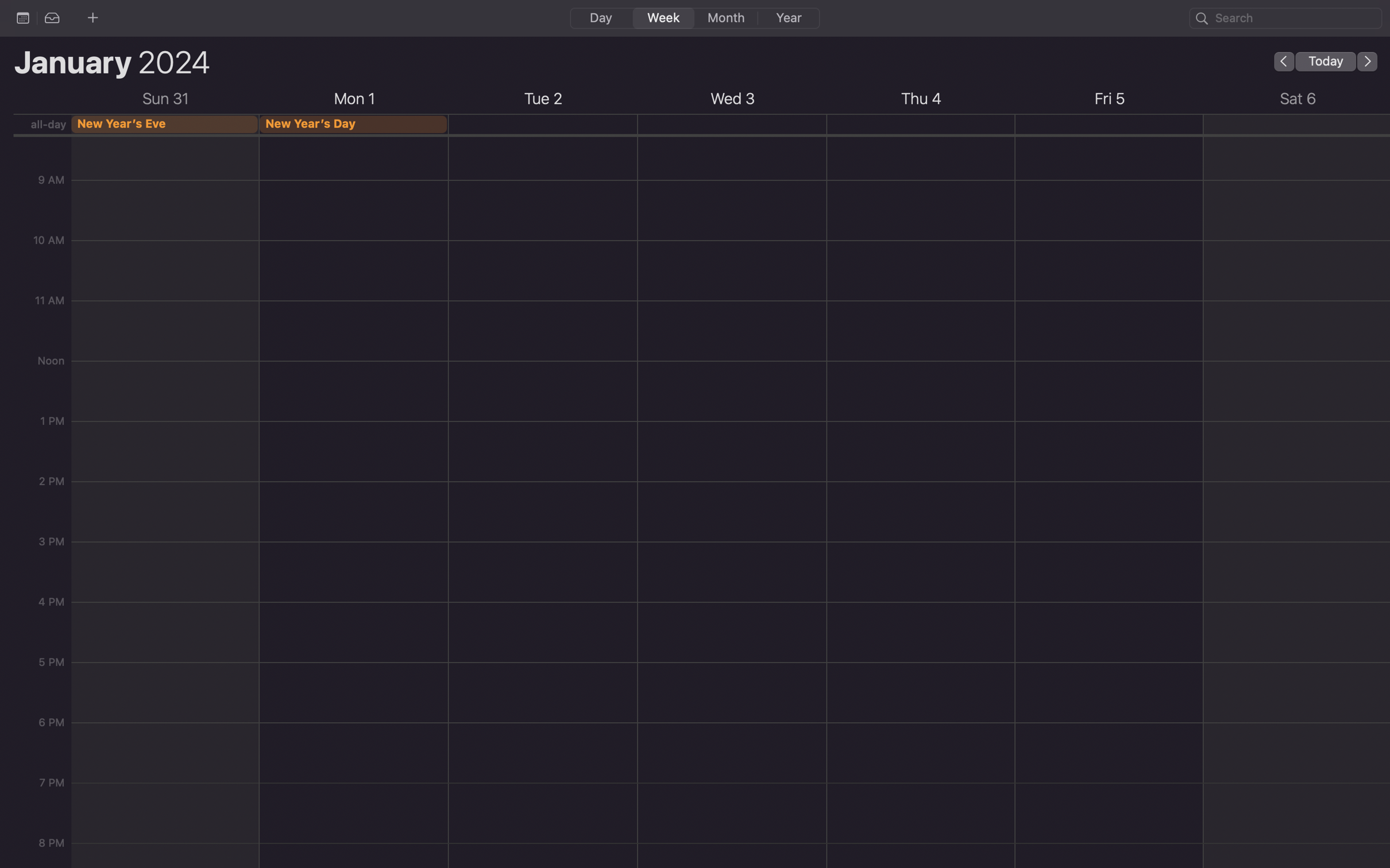 Image resolution: width=1390 pixels, height=868 pixels. Describe the element at coordinates (542, 191) in the screenshot. I see `Arrange a time-table for Thursday from 9:30 am to 3 pm` at that location.